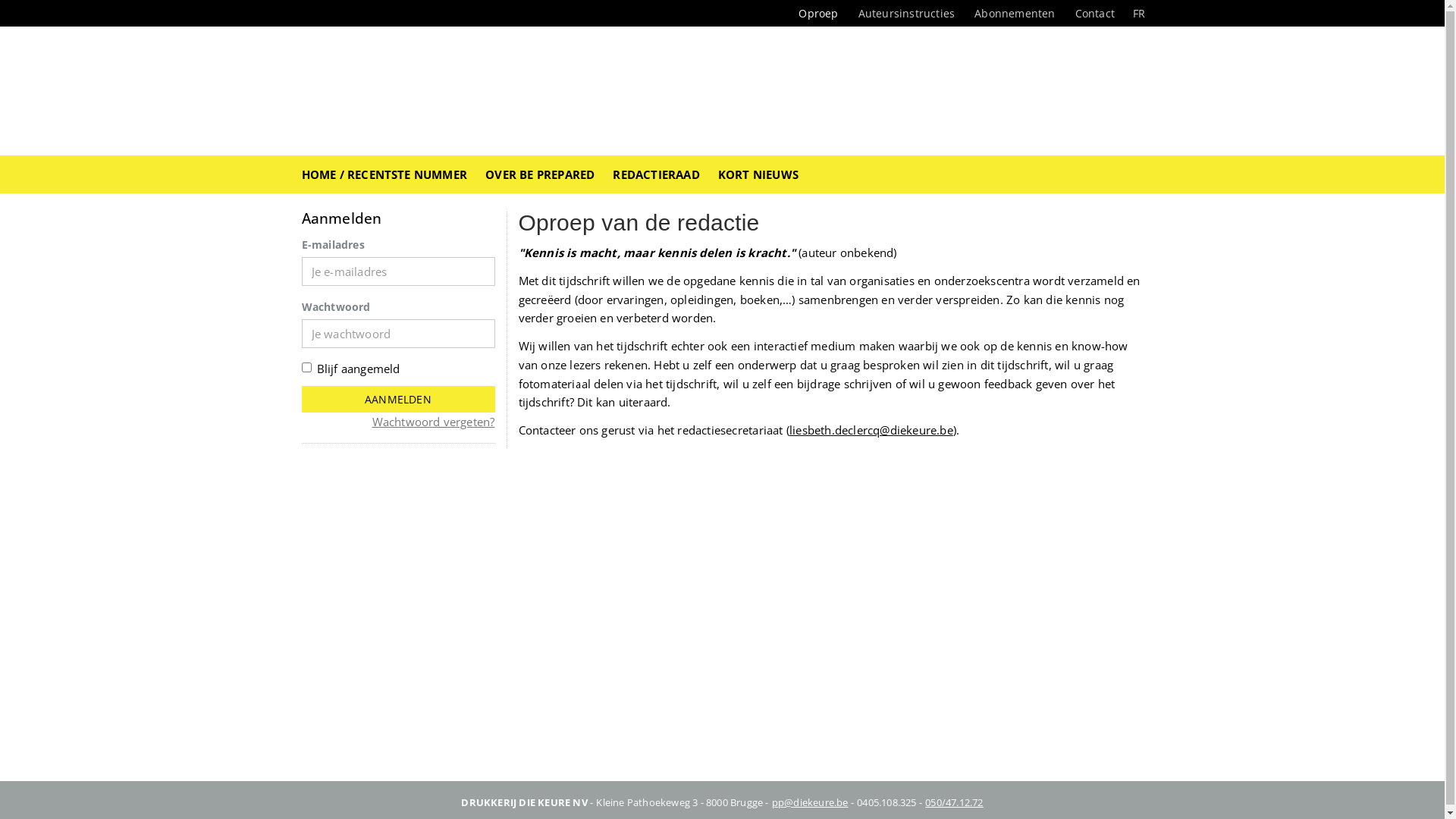  What do you see at coordinates (398, 398) in the screenshot?
I see `'AANMELDEN'` at bounding box center [398, 398].